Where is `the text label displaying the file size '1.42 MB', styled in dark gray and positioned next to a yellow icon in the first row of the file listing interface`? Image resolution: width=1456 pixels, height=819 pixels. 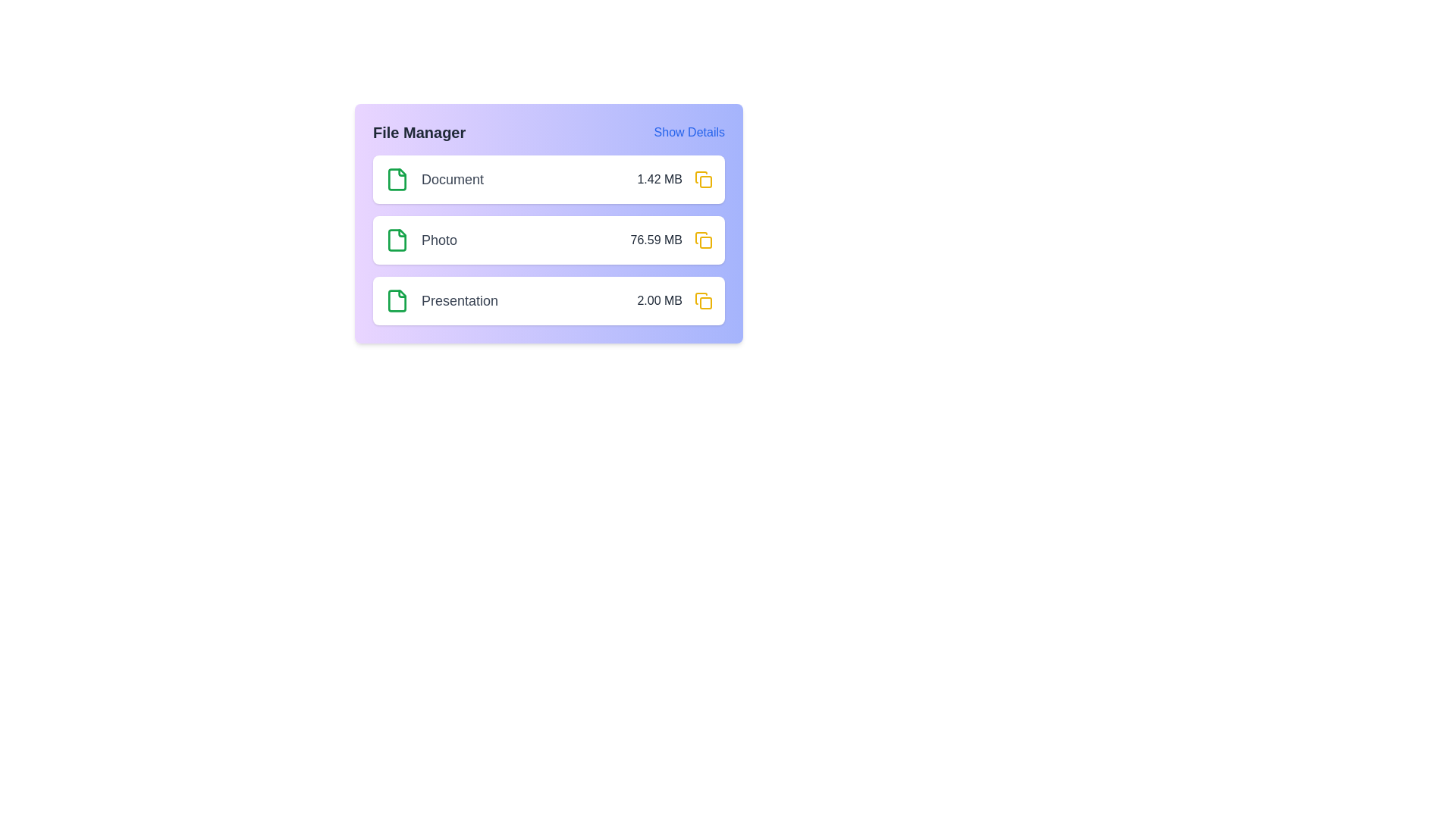 the text label displaying the file size '1.42 MB', styled in dark gray and positioned next to a yellow icon in the first row of the file listing interface is located at coordinates (674, 178).